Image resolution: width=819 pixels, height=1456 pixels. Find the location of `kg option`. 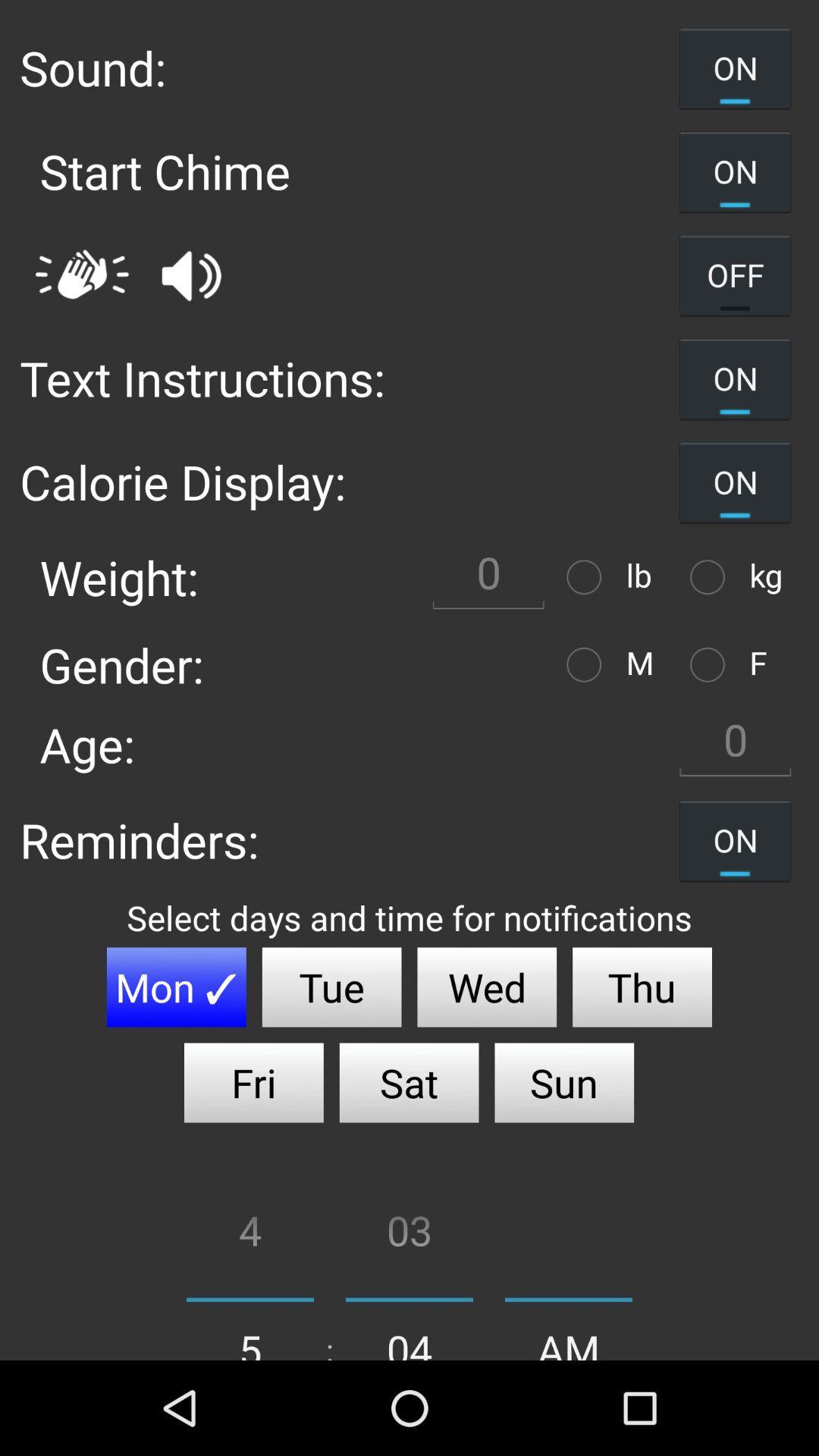

kg option is located at coordinates (711, 576).